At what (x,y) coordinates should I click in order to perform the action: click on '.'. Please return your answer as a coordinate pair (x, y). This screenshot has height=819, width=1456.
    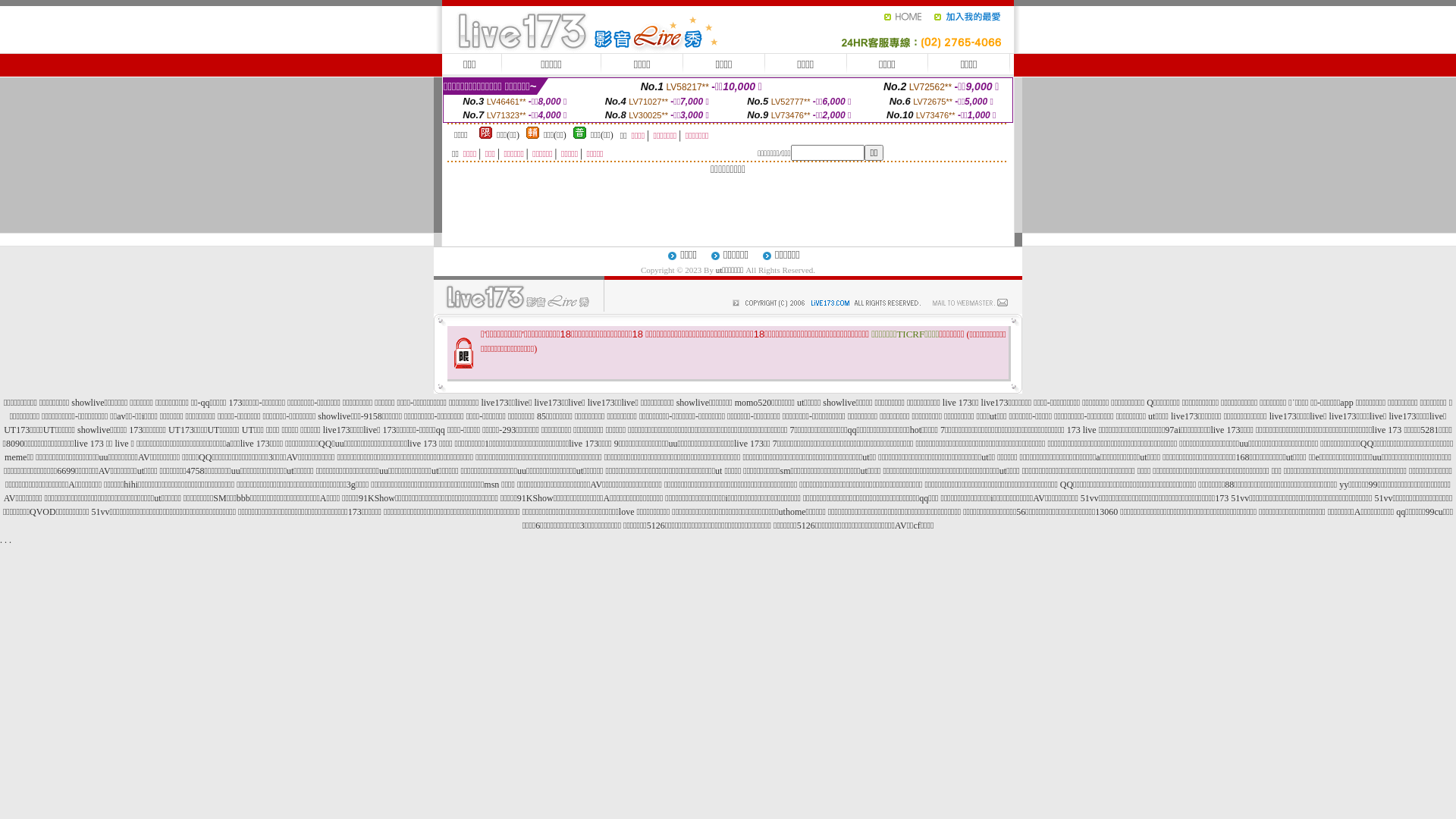
    Looking at the image, I should click on (1, 539).